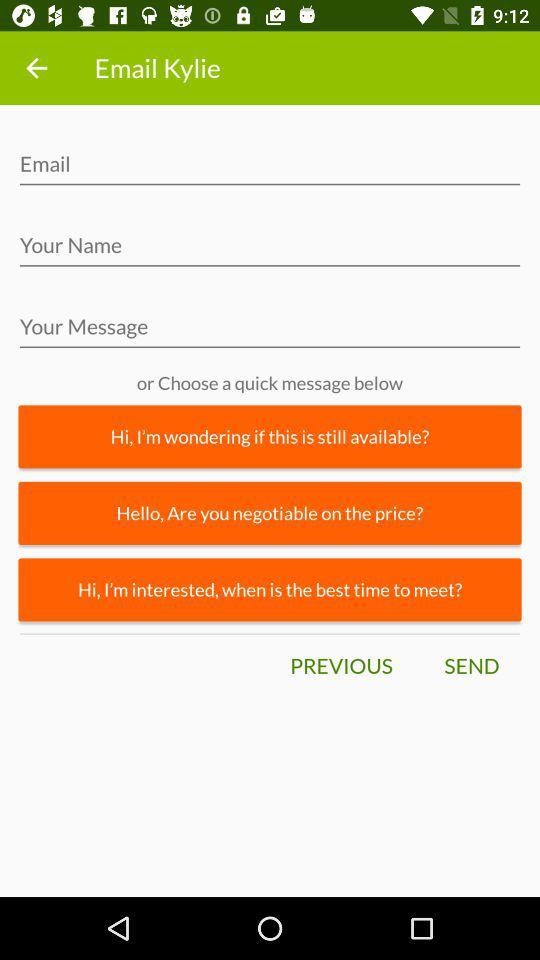  I want to click on the send item, so click(471, 666).